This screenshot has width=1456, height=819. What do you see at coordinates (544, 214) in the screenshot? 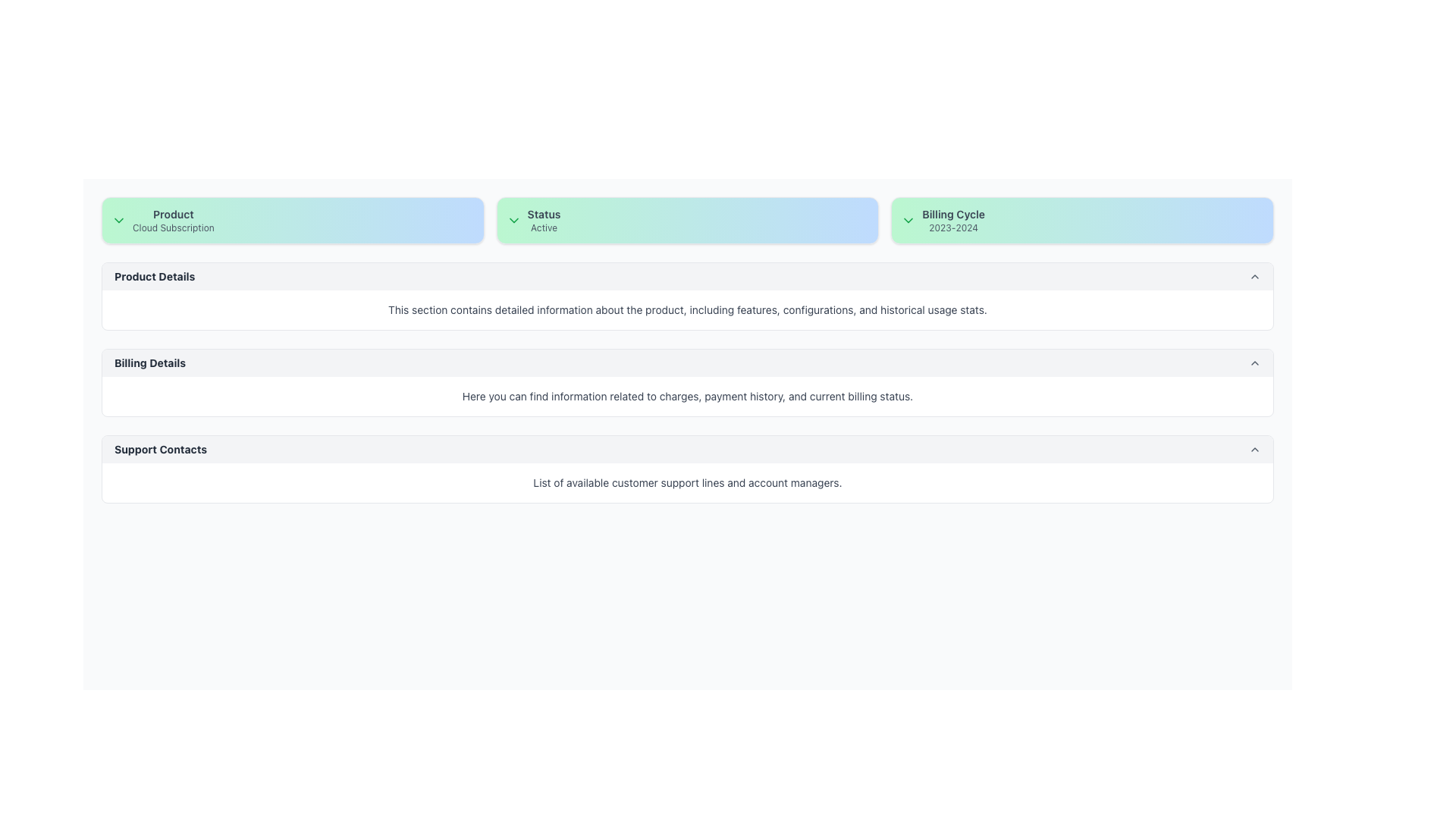
I see `the 'Status' text label, which is a bold, small gray font label located in the top section of the interface, inside a light green rectangular background, positioned above the 'Active' label` at bounding box center [544, 214].